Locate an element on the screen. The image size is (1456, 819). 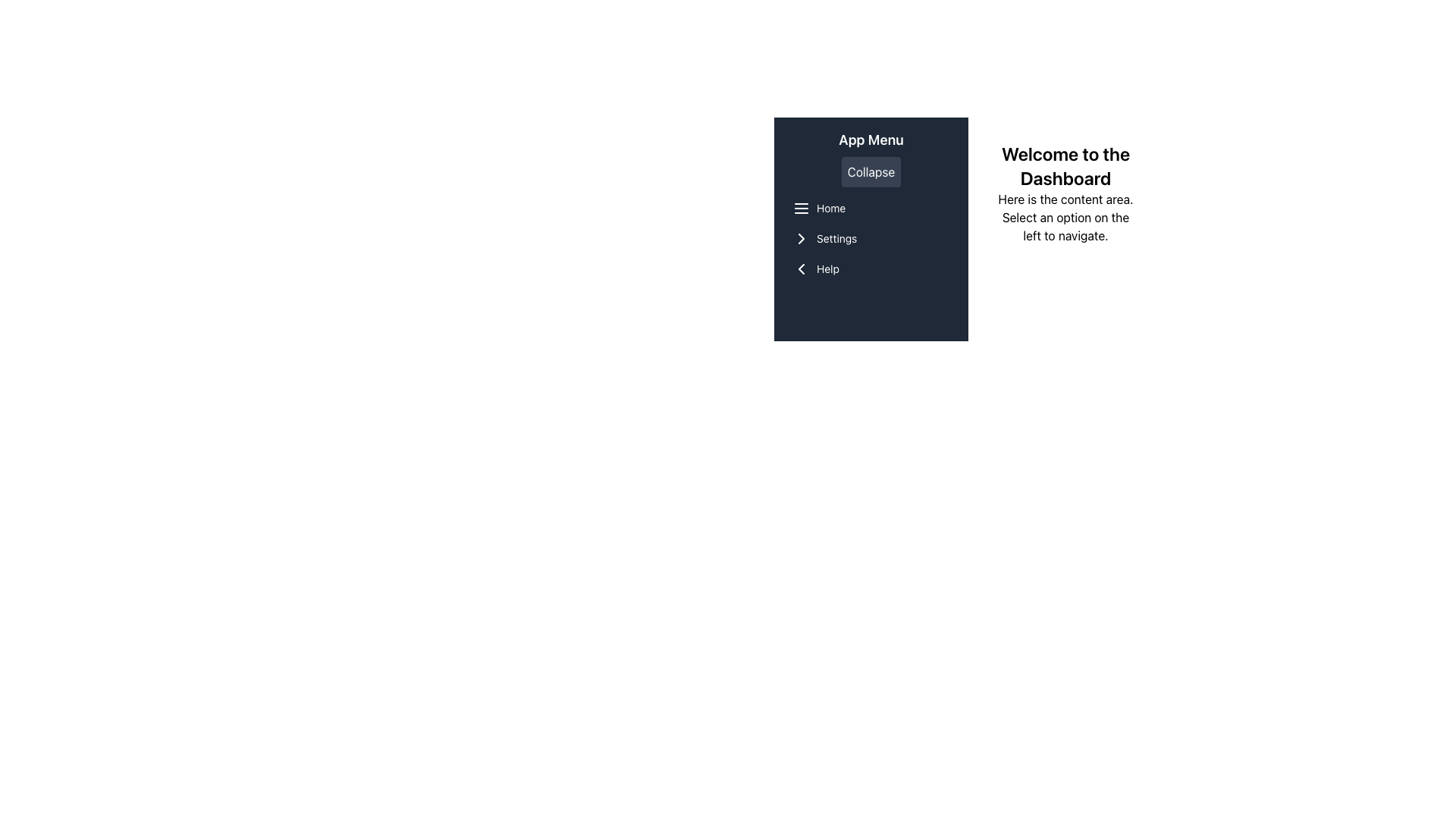
the Chevron Icon located to the left of the 'Settings' text in the navigation menu is located at coordinates (800, 239).